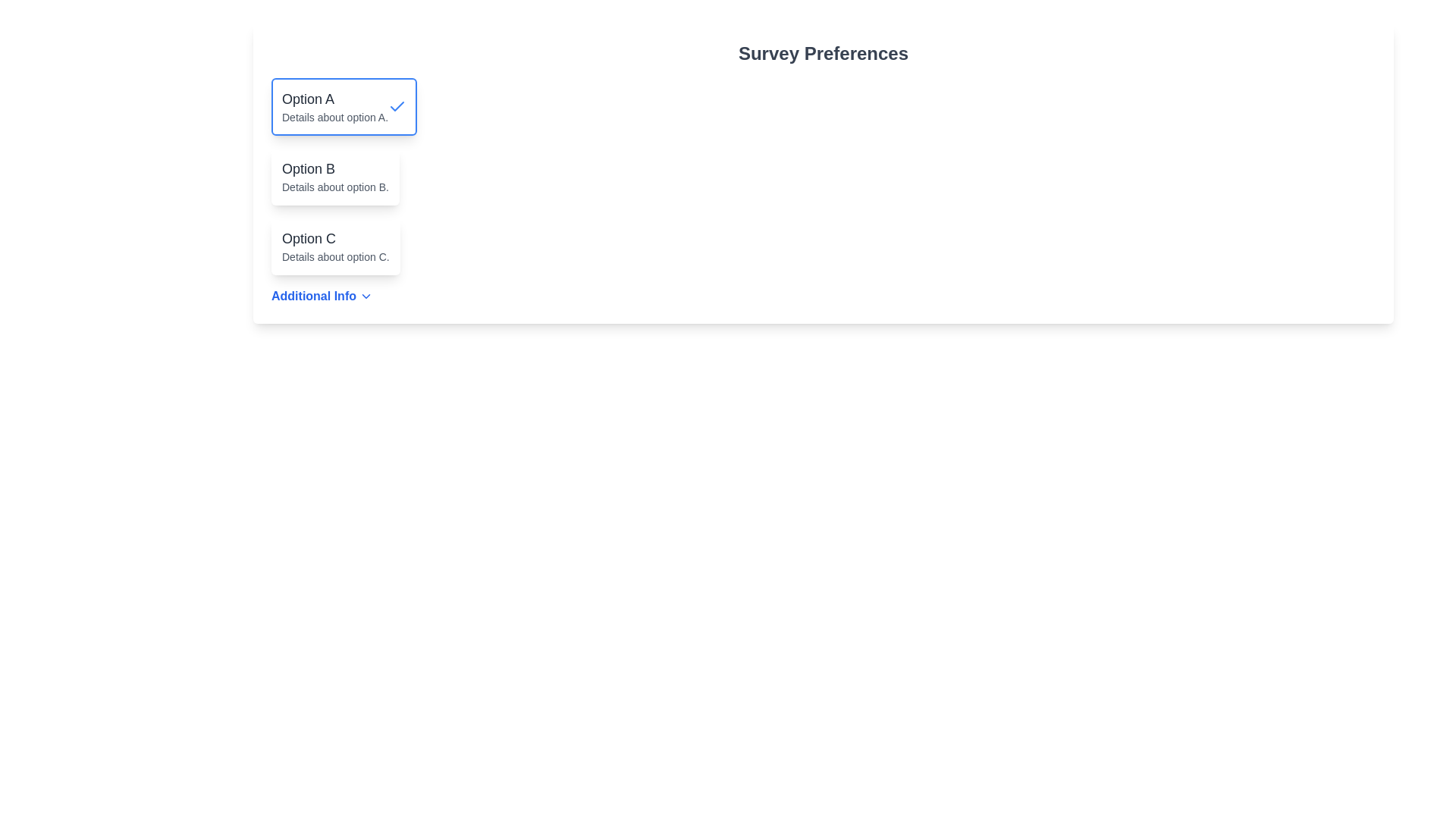  What do you see at coordinates (334, 245) in the screenshot?
I see `the 'Option C' selectable option in the survey preferences section` at bounding box center [334, 245].